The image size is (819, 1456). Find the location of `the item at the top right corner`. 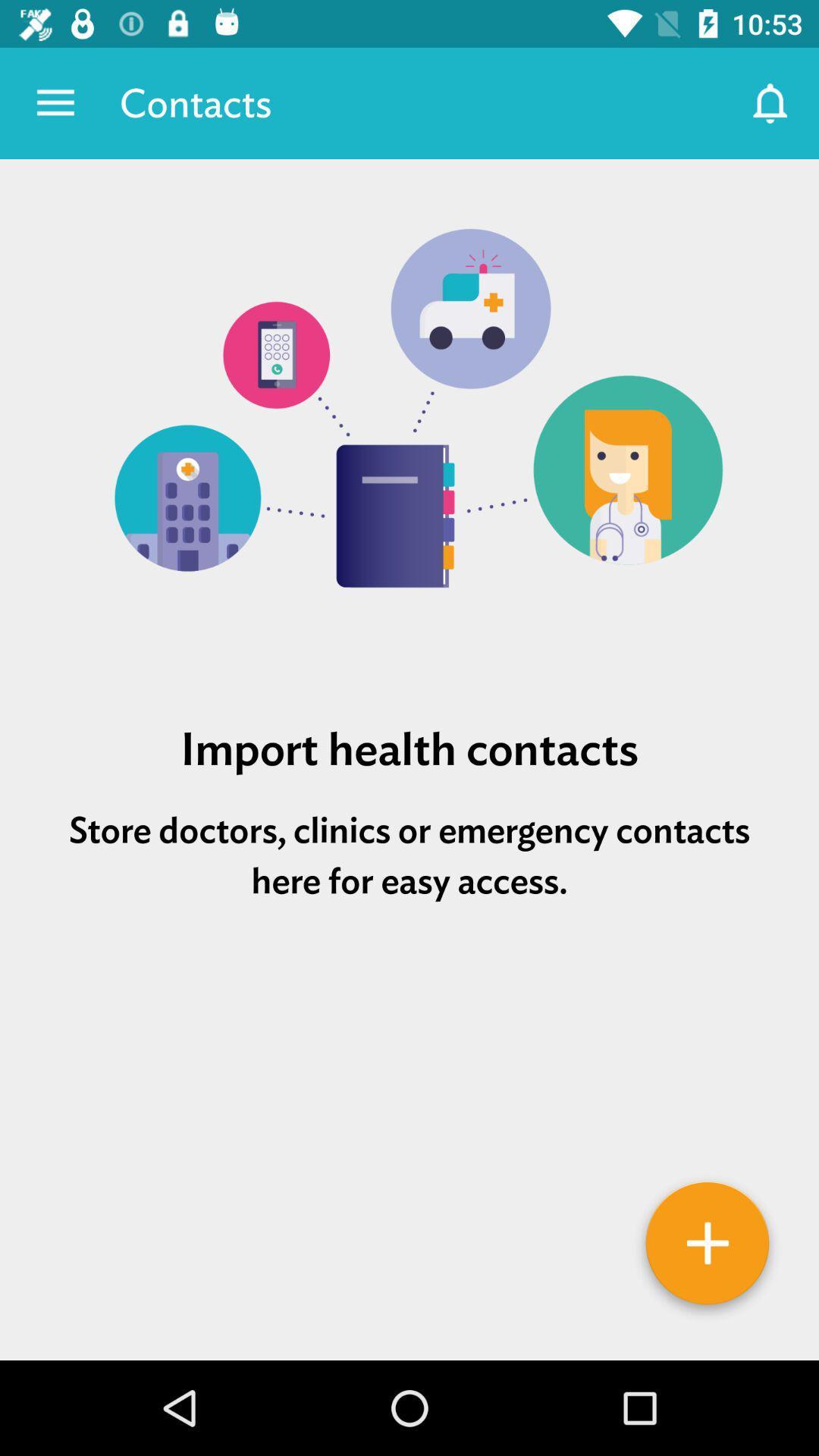

the item at the top right corner is located at coordinates (771, 102).